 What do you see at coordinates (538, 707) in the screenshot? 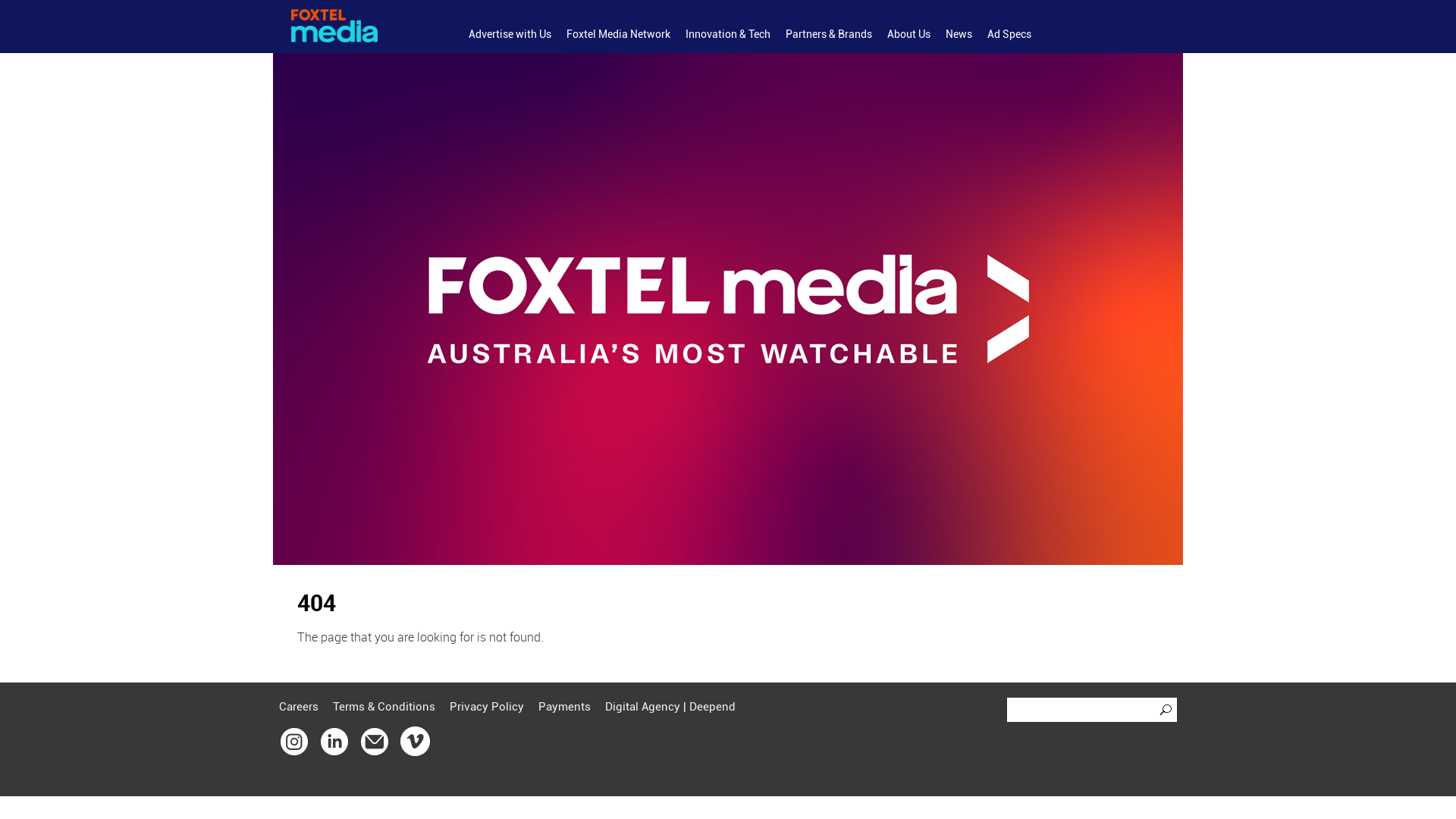
I see `'Payments'` at bounding box center [538, 707].